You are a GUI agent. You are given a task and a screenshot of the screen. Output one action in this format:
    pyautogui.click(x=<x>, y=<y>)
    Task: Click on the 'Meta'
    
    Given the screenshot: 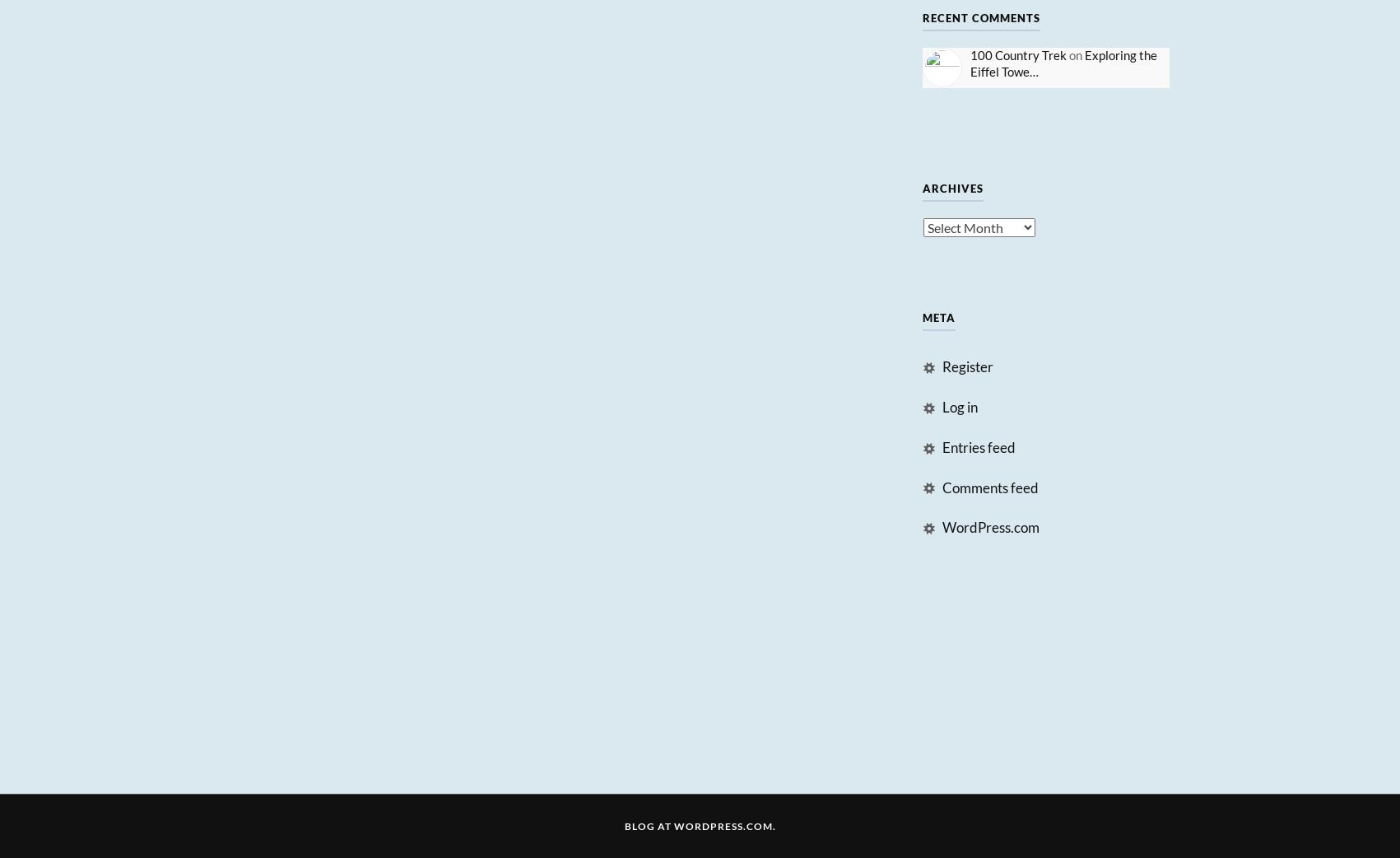 What is the action you would take?
    pyautogui.click(x=920, y=316)
    